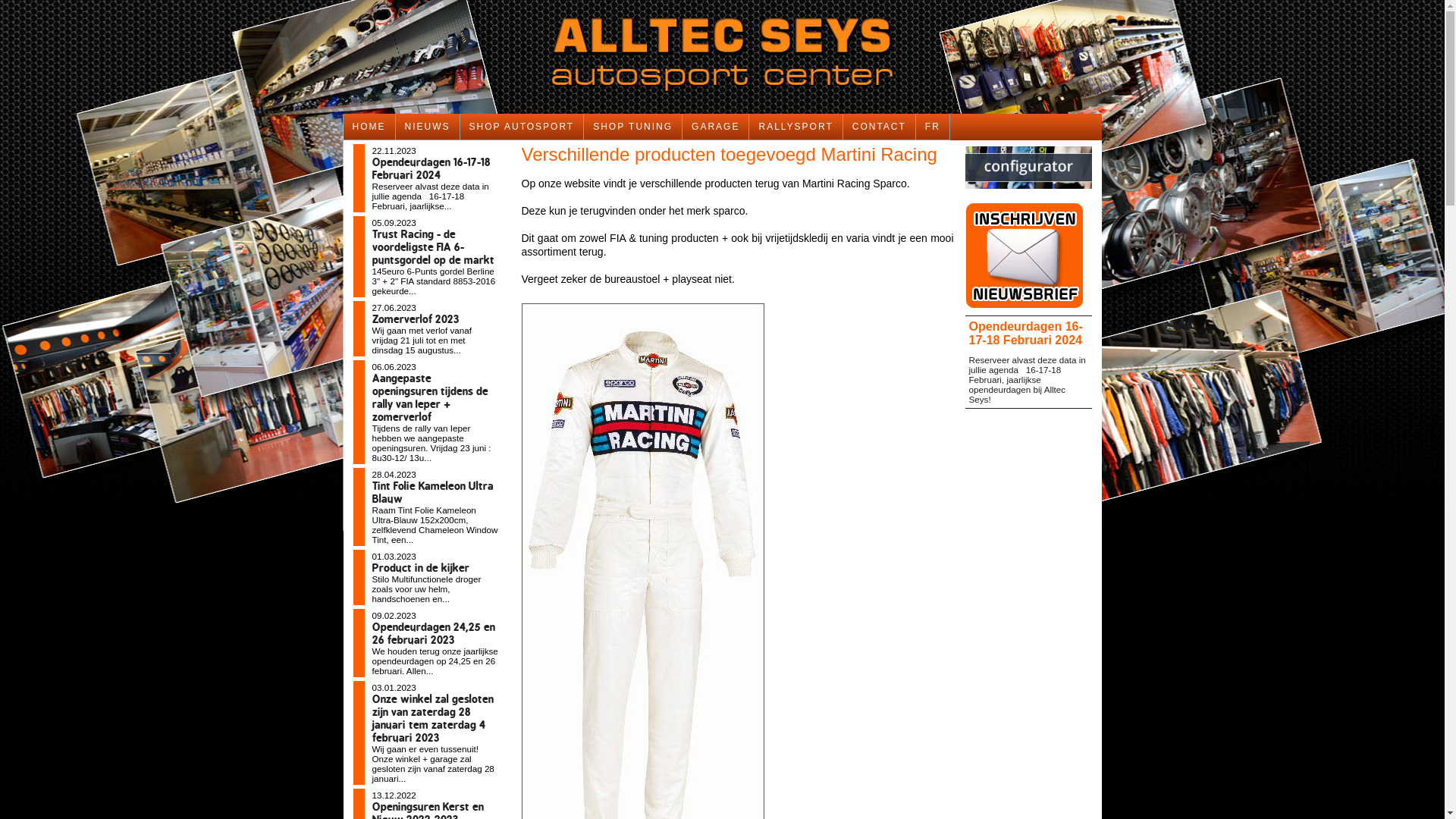 This screenshot has height=819, width=1456. What do you see at coordinates (843, 126) in the screenshot?
I see `'CONTACT'` at bounding box center [843, 126].